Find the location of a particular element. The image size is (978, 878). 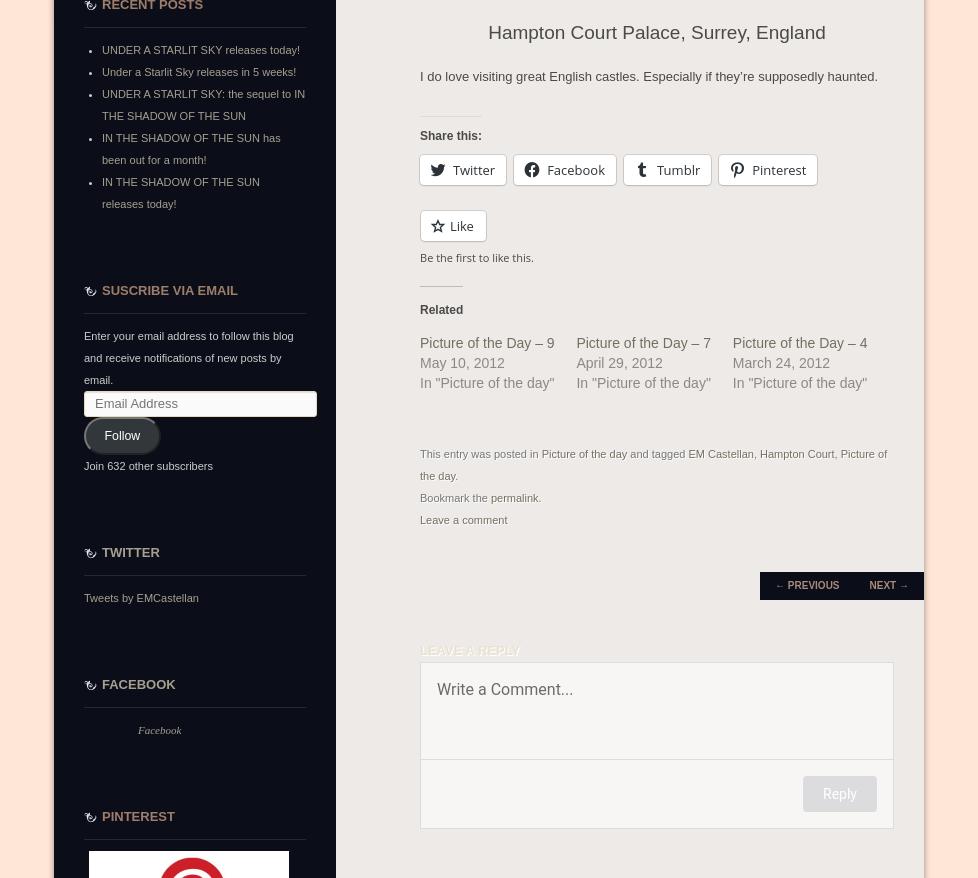

'EM Castellan' is located at coordinates (688, 453).